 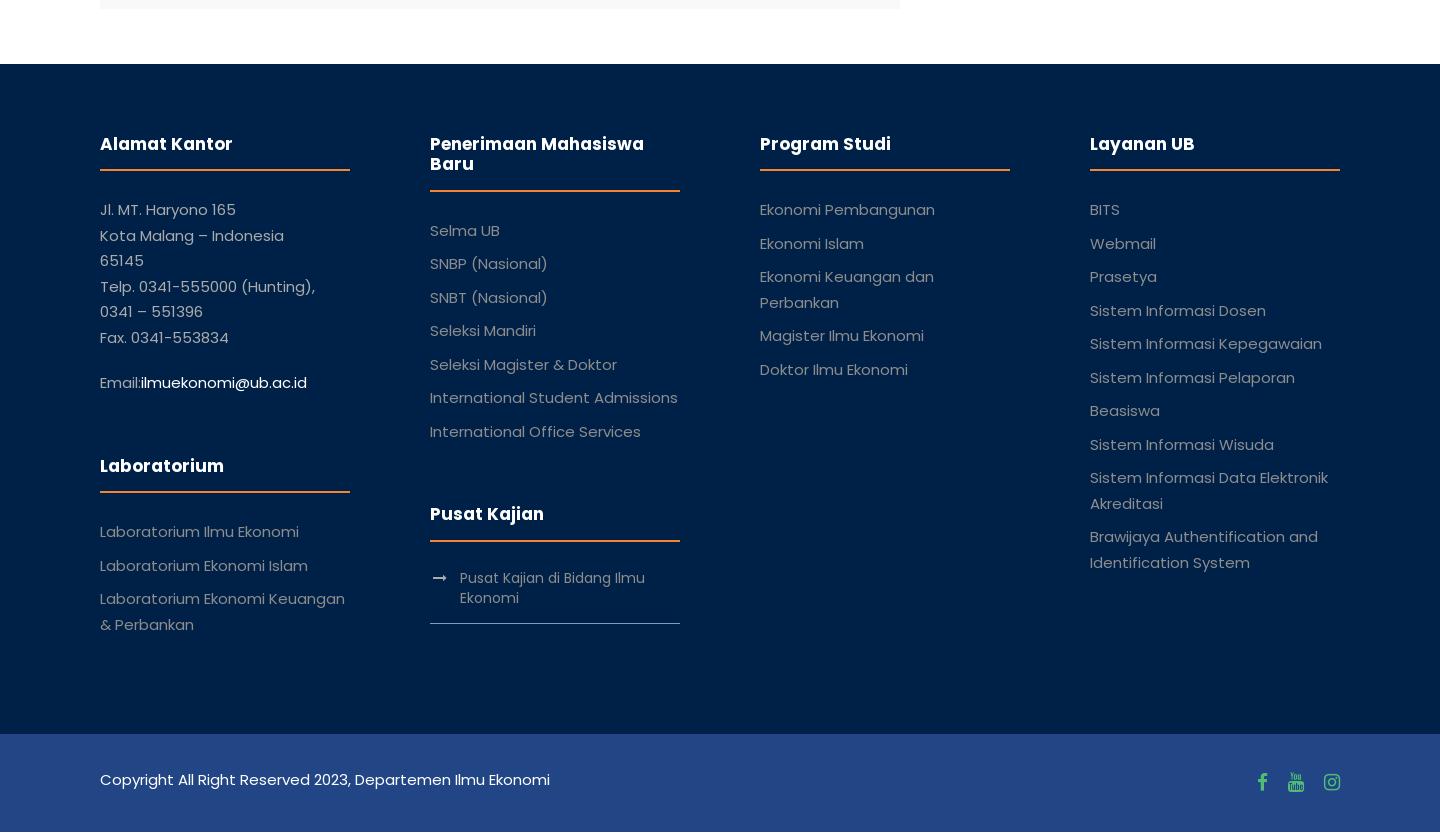 I want to click on 'Ekonomi Pembangunan', so click(x=846, y=209).